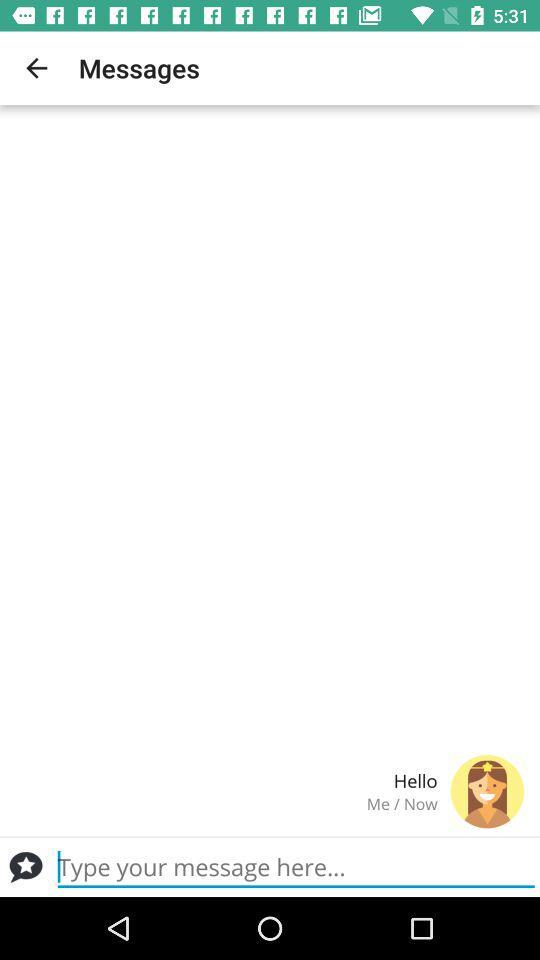 This screenshot has height=960, width=540. Describe the element at coordinates (225, 803) in the screenshot. I see `the icon below the hello` at that location.